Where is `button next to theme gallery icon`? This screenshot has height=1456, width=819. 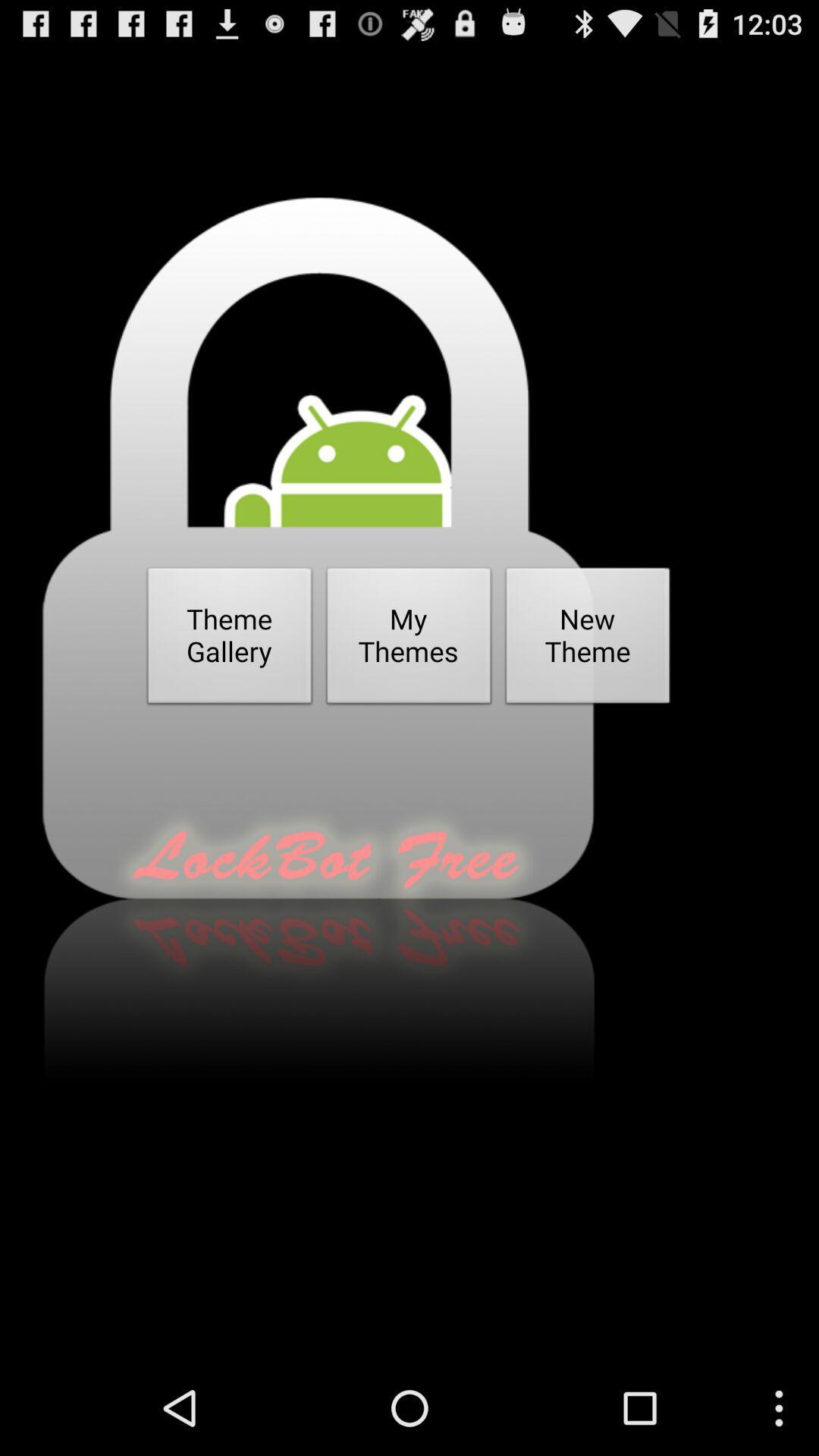 button next to theme gallery icon is located at coordinates (408, 640).